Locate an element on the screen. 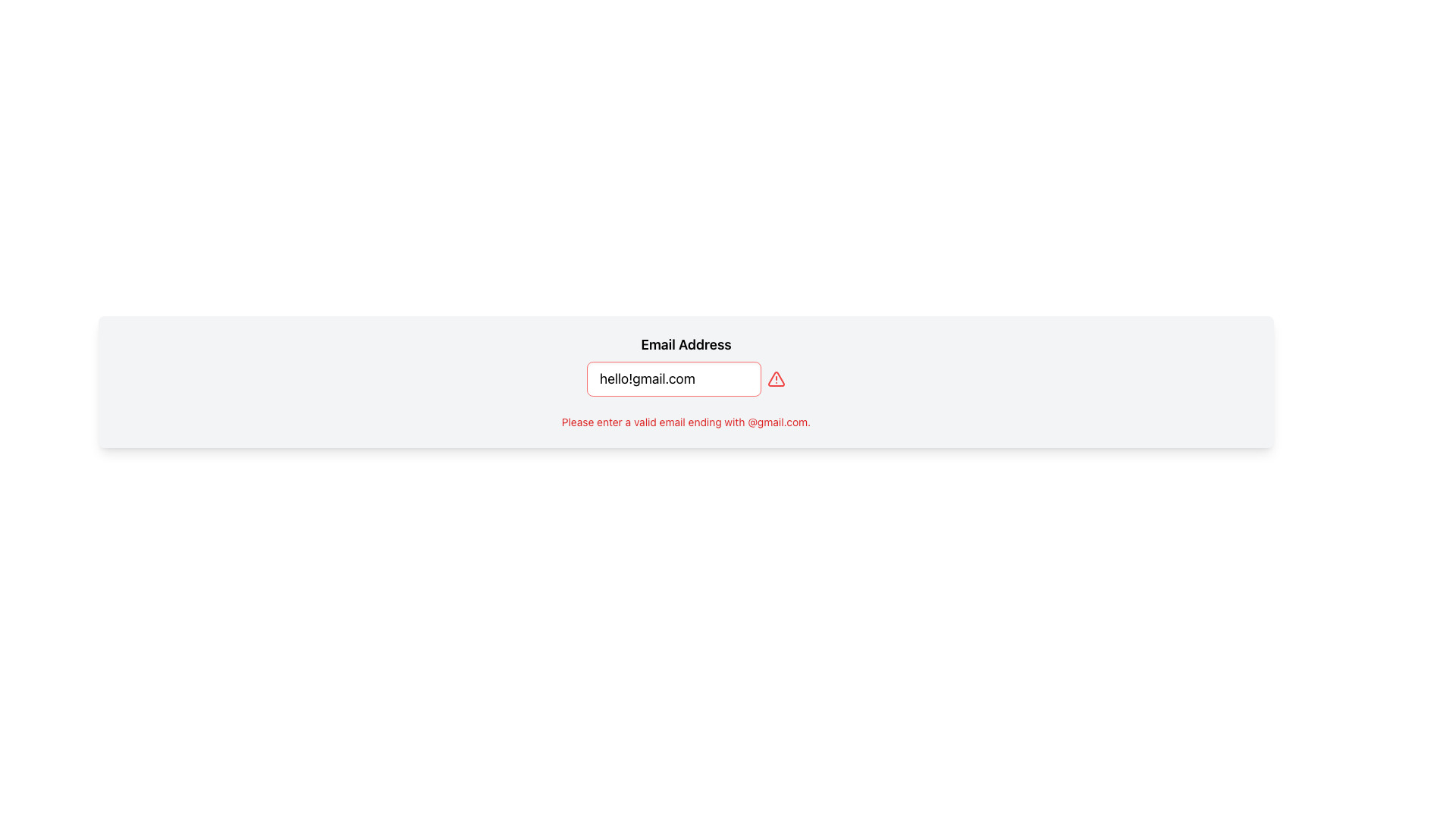 The image size is (1456, 819). the validation error message indicating that the entered email should end with '@gmail.com', located below the 'Email Address' input field and alert icon is located at coordinates (685, 422).